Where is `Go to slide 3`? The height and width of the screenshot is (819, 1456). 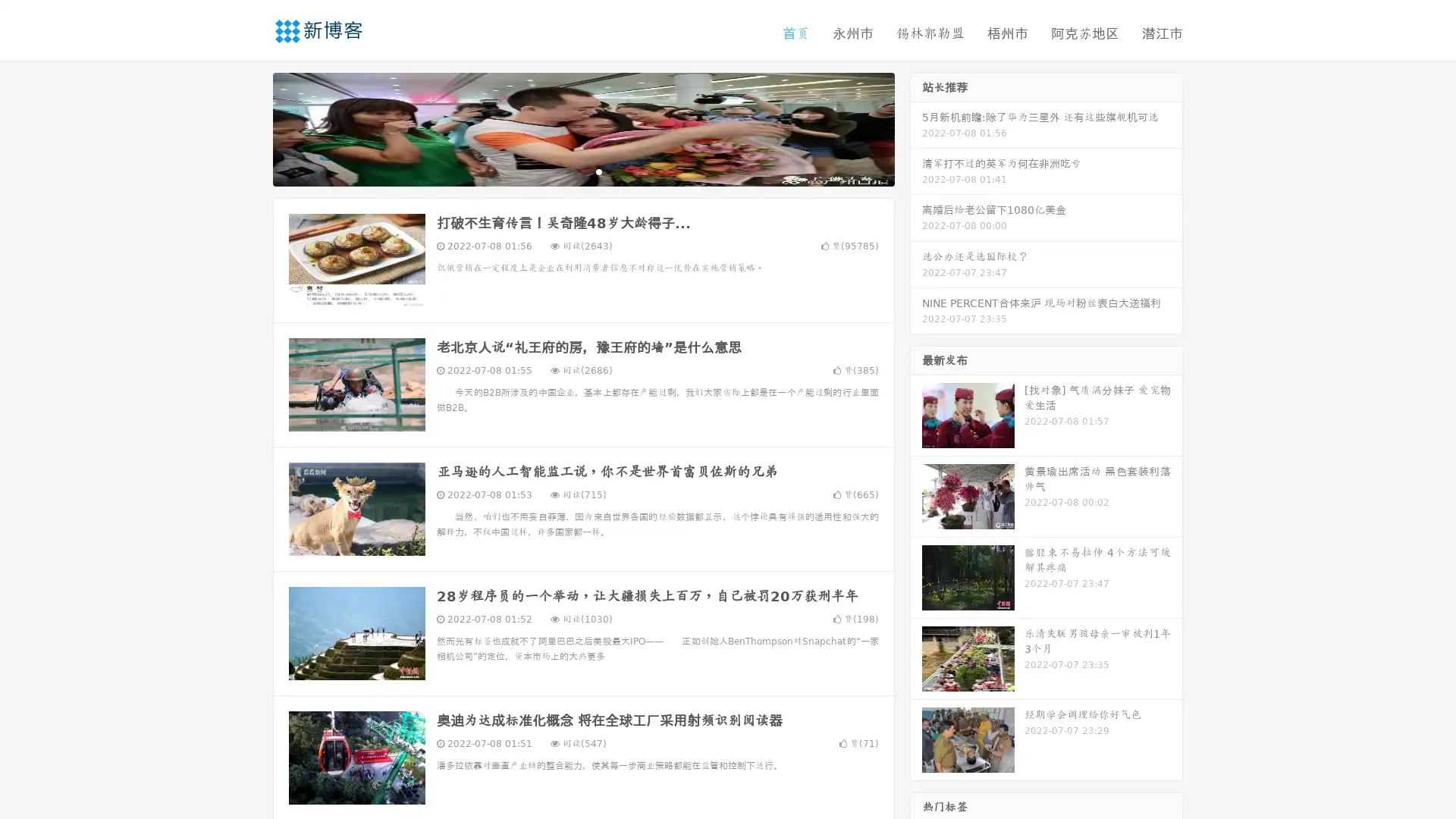 Go to slide 3 is located at coordinates (598, 171).